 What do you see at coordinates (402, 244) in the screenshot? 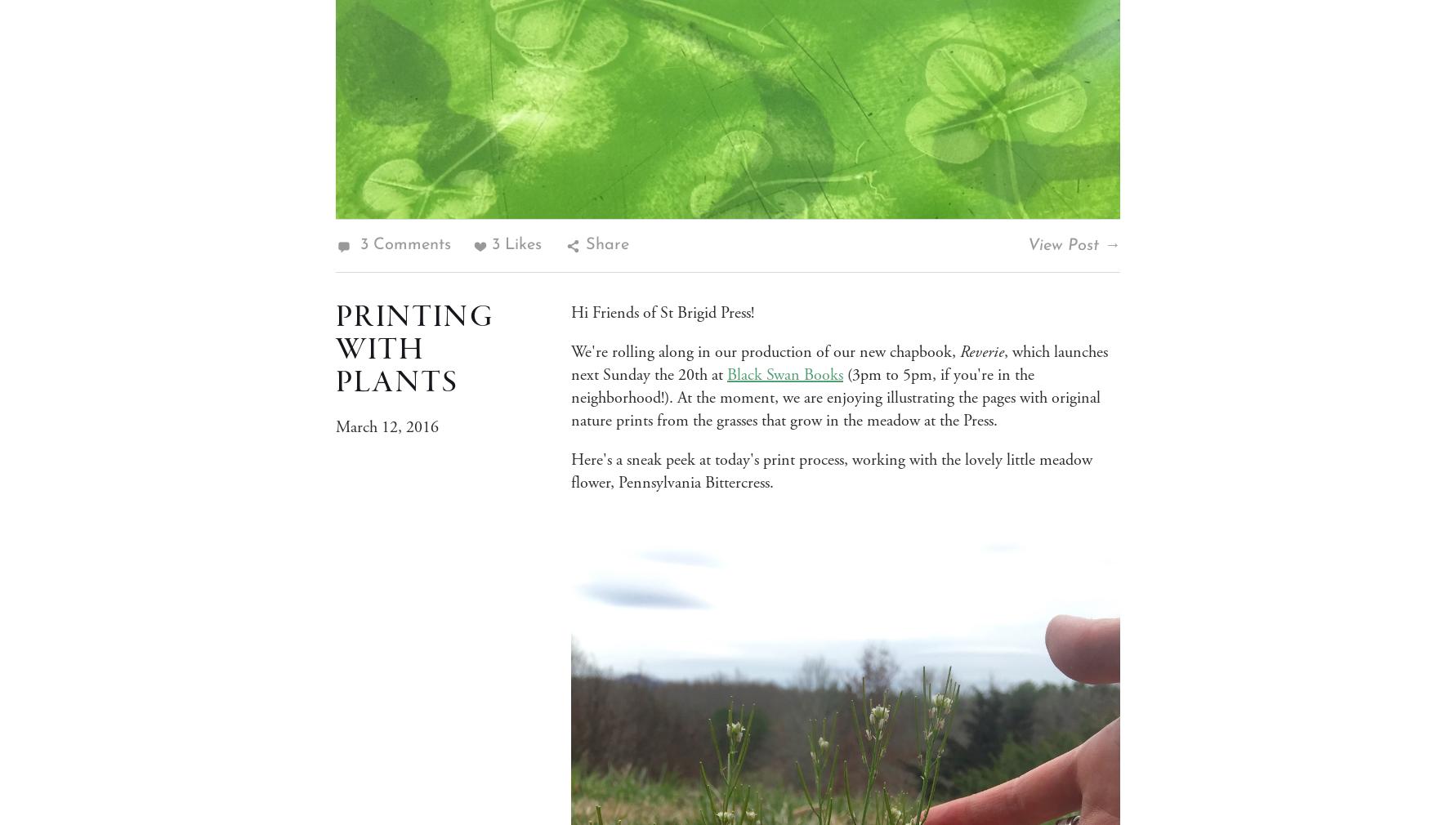
I see `'3 Comments'` at bounding box center [402, 244].